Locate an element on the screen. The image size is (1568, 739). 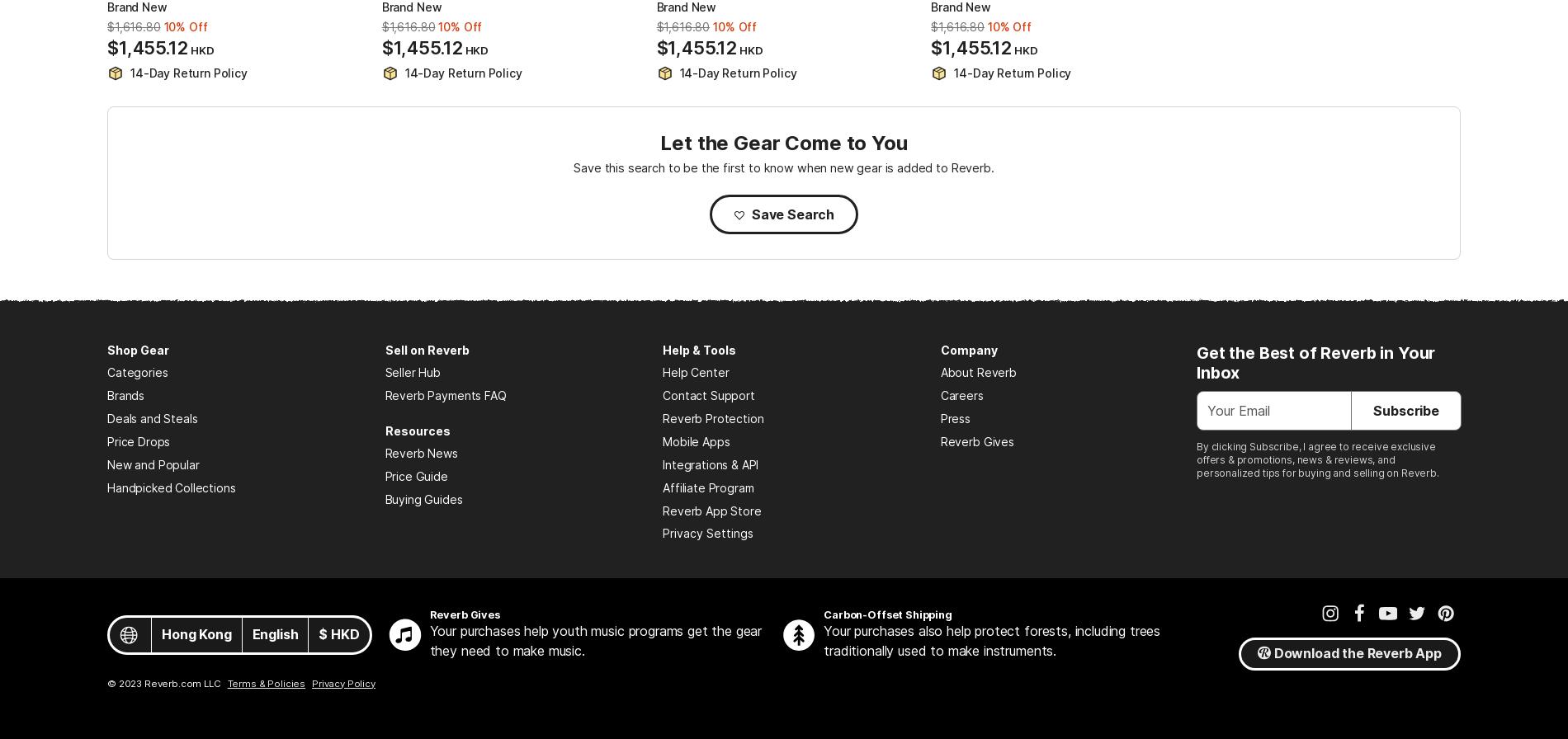
'Deals and Steals' is located at coordinates (152, 418).